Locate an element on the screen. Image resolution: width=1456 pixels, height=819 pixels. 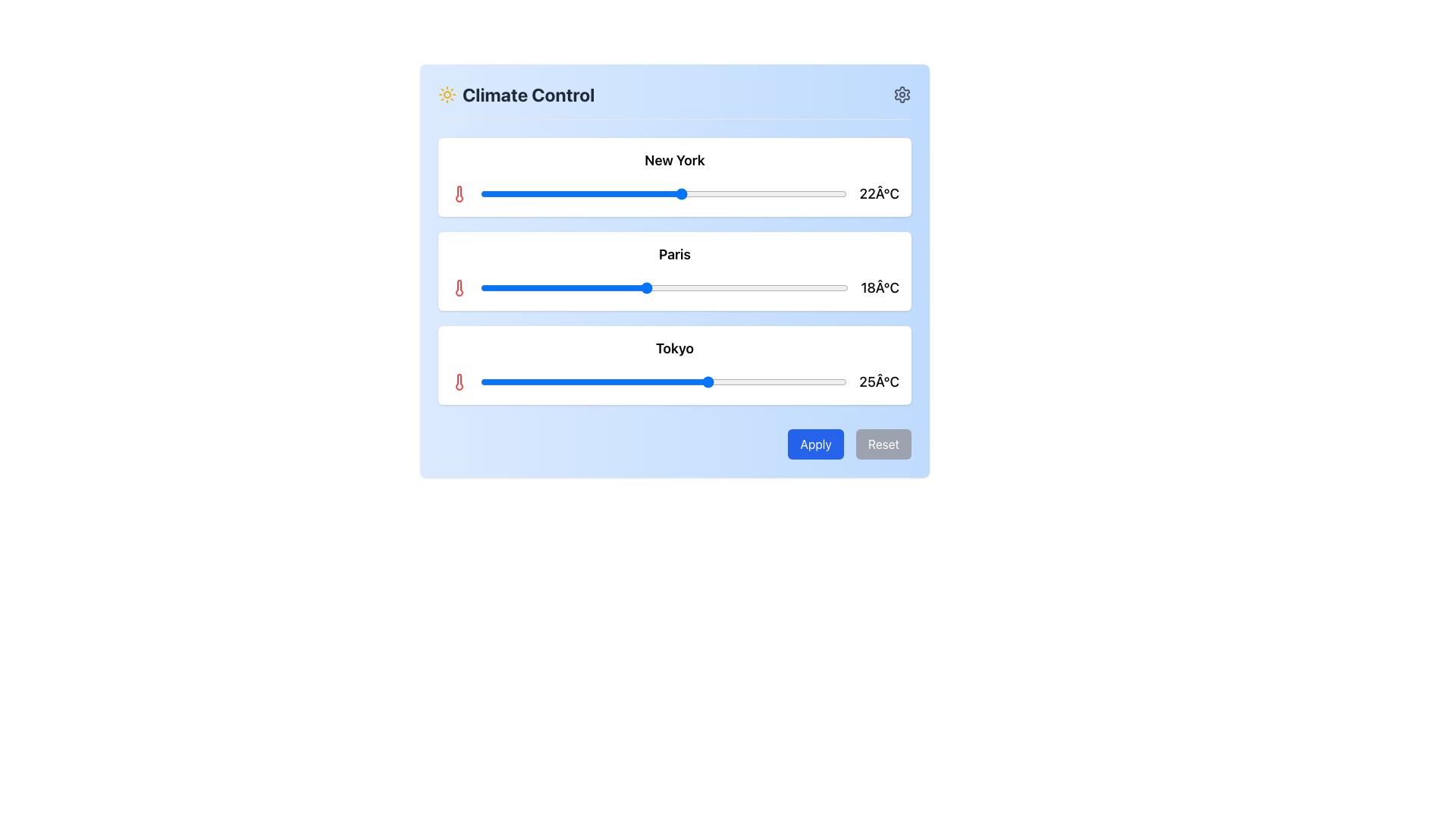
the horizontal range slider located in the 'Tokyo' section of the interface, which is visually positioned near the text '25°C' is located at coordinates (664, 381).